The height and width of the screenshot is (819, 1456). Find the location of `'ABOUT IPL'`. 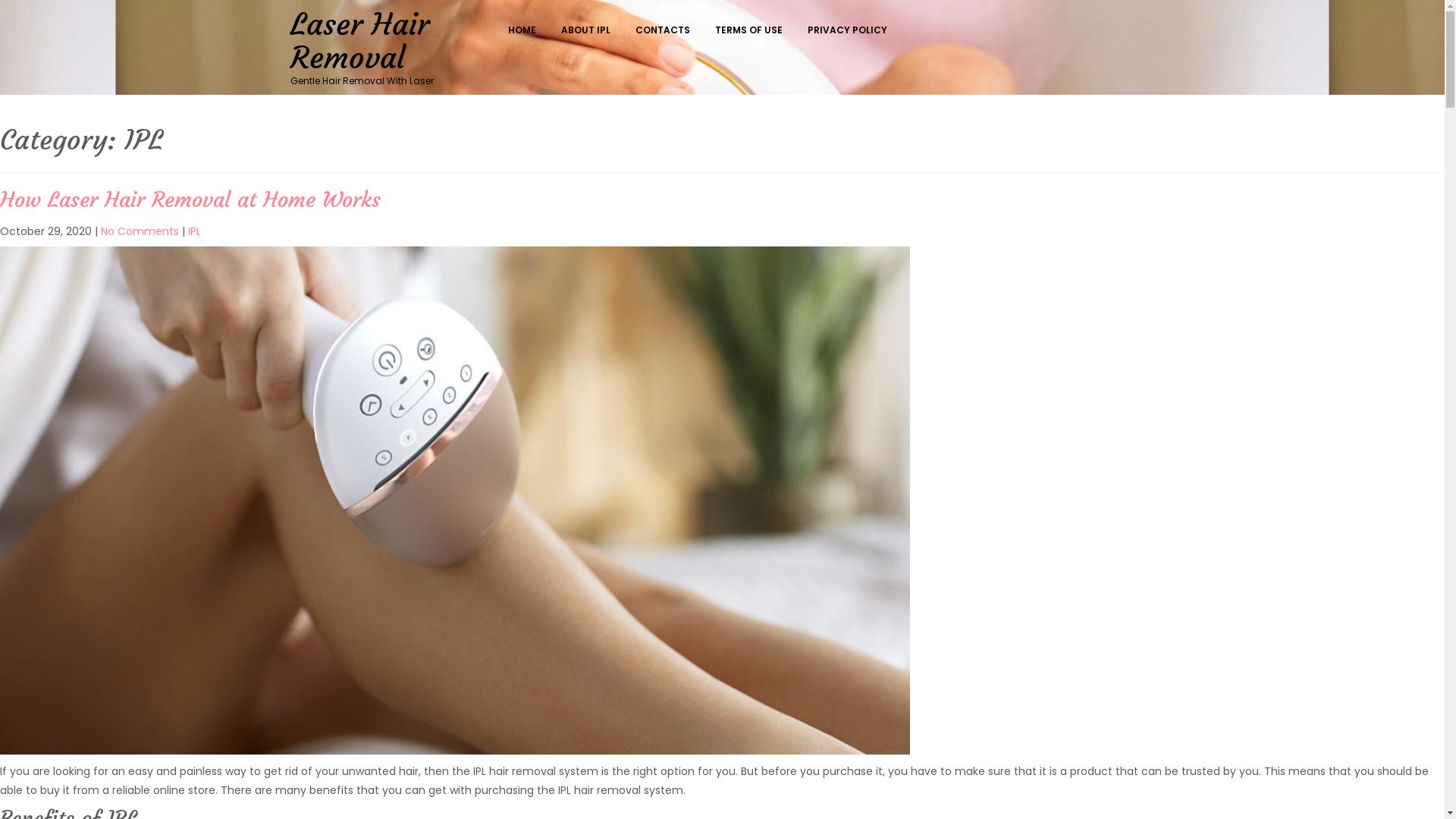

'ABOUT IPL' is located at coordinates (588, 30).